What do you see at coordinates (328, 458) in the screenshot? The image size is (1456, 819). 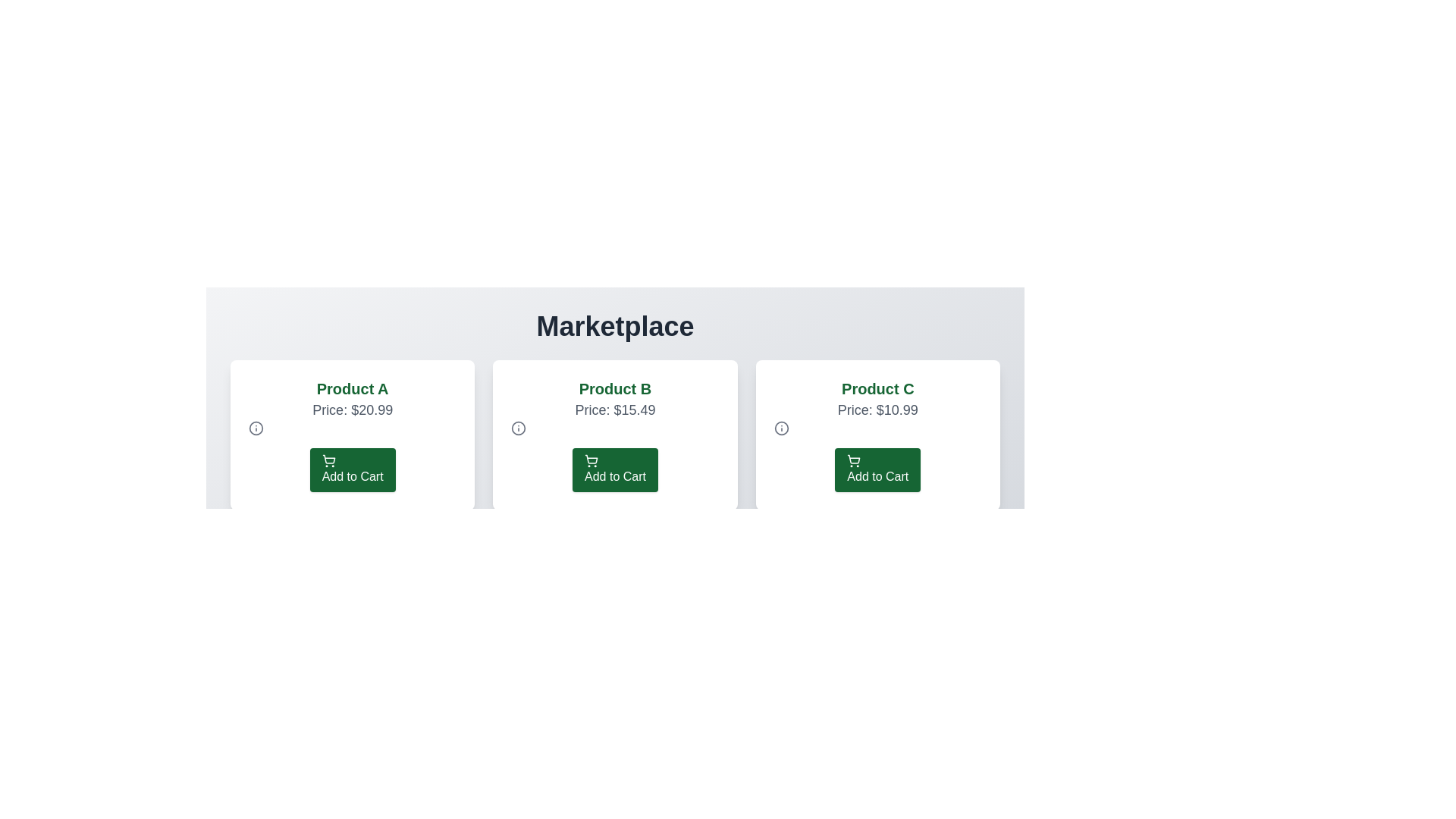 I see `the shopping cart icon within the 'Add to Cart' button for Product A, located in the leftmost box of the product cards in the 'Marketplace' section` at bounding box center [328, 458].